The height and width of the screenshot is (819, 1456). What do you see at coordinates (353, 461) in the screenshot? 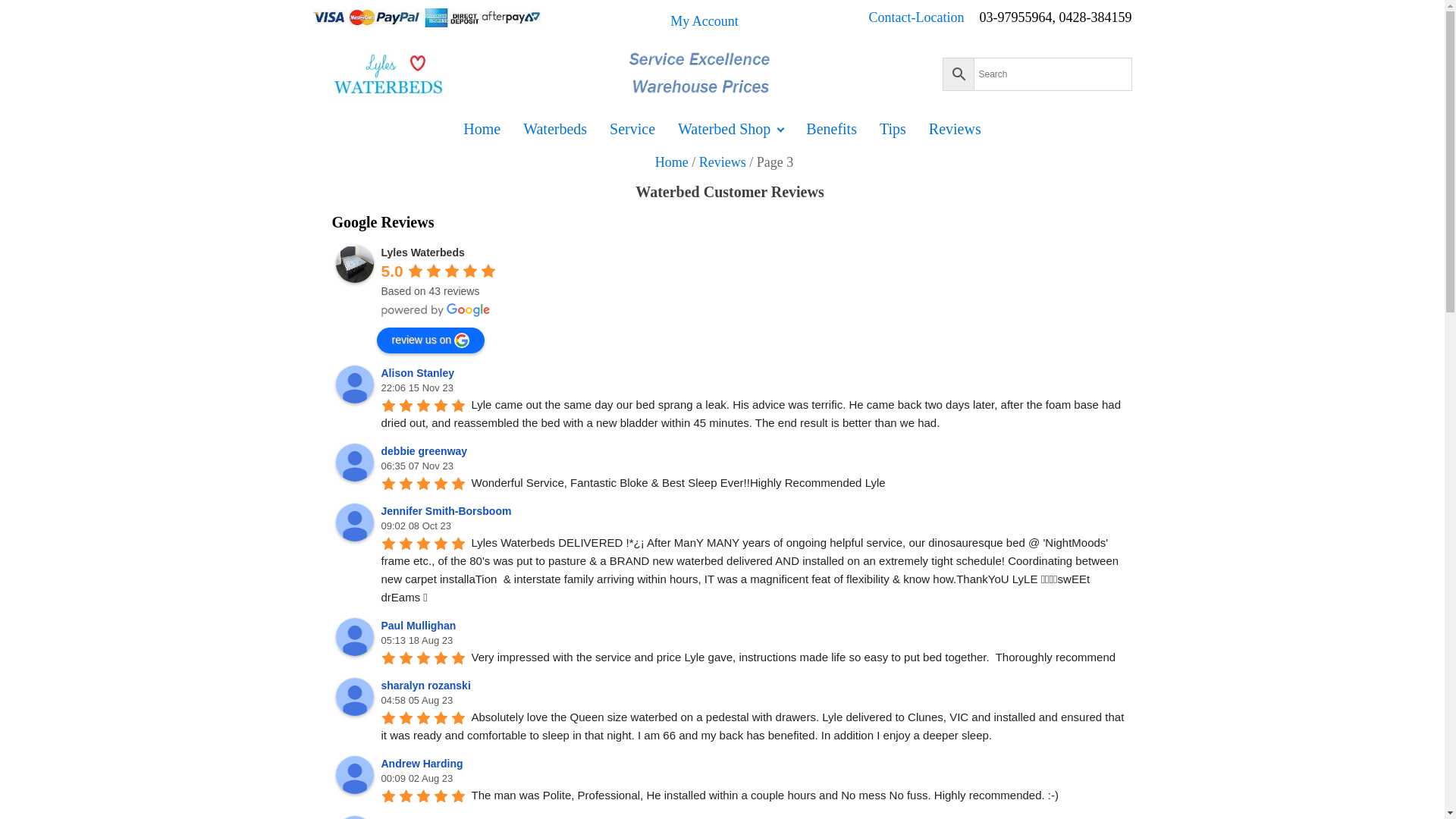
I see `'debbie greenway'` at bounding box center [353, 461].